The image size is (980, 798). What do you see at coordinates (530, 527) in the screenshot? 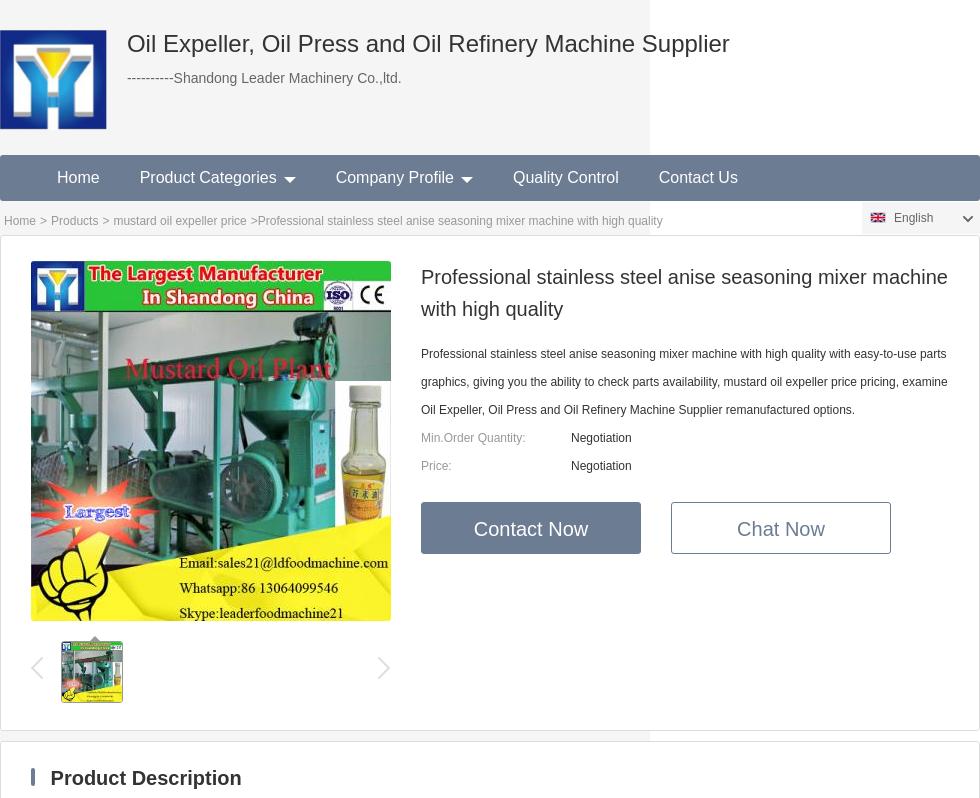
I see `'Contact Now'` at bounding box center [530, 527].